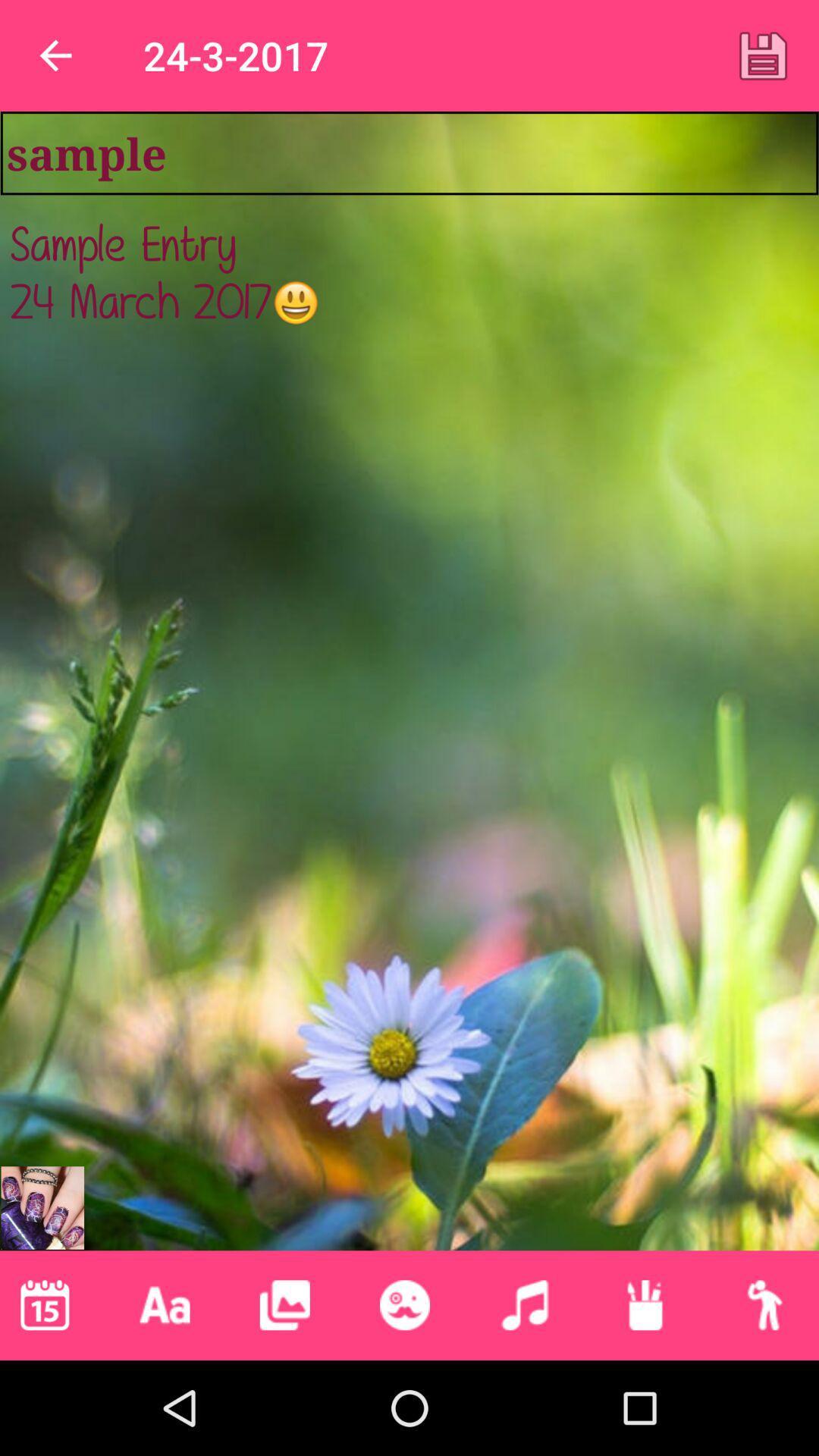 Image resolution: width=819 pixels, height=1456 pixels. What do you see at coordinates (165, 1304) in the screenshot?
I see `lettering capital` at bounding box center [165, 1304].